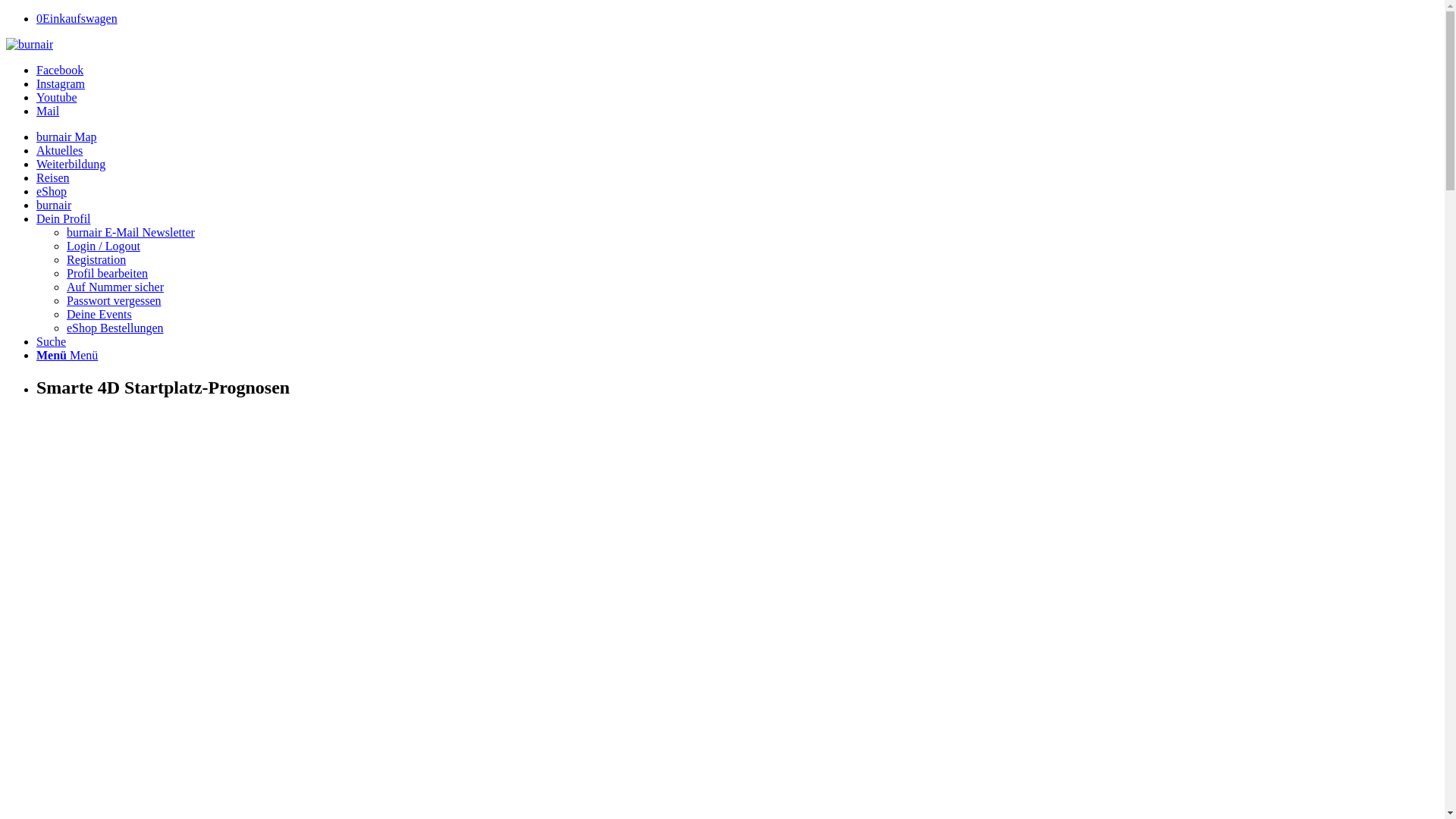 This screenshot has width=1456, height=819. I want to click on 'Suche', so click(36, 341).